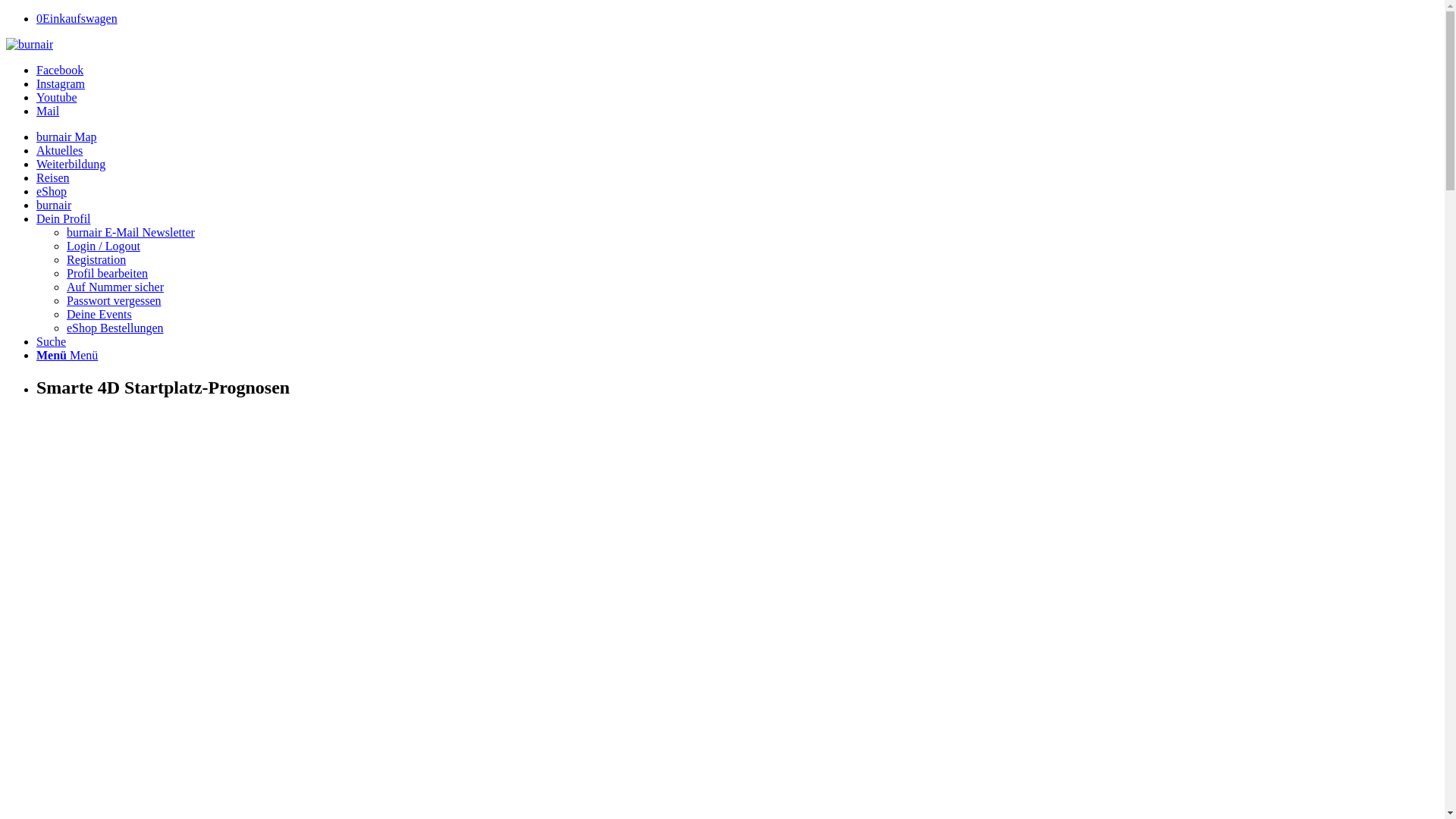 This screenshot has width=1456, height=819. I want to click on 'Suche', so click(36, 341).